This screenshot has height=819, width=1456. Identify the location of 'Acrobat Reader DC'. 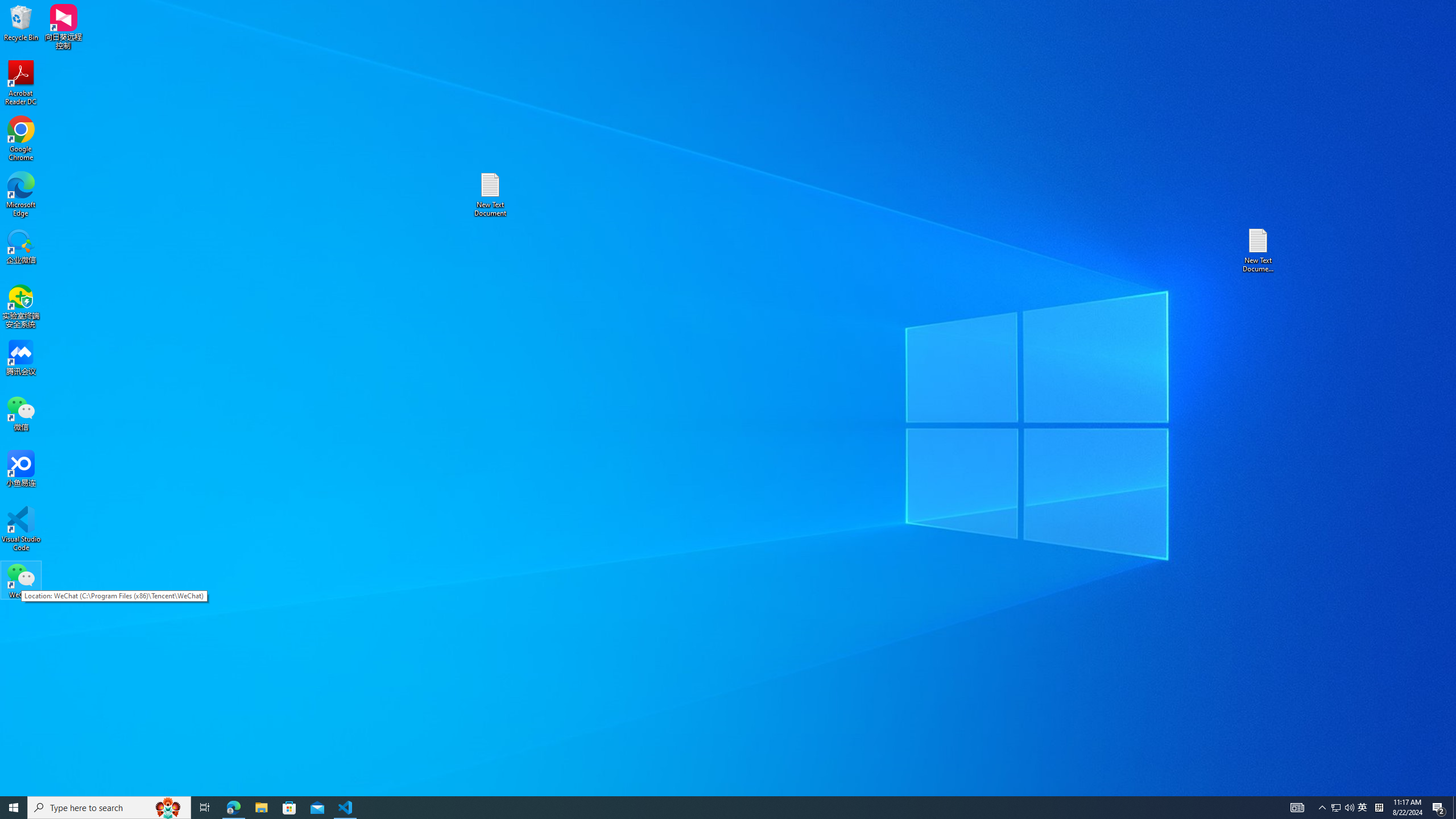
(20, 82).